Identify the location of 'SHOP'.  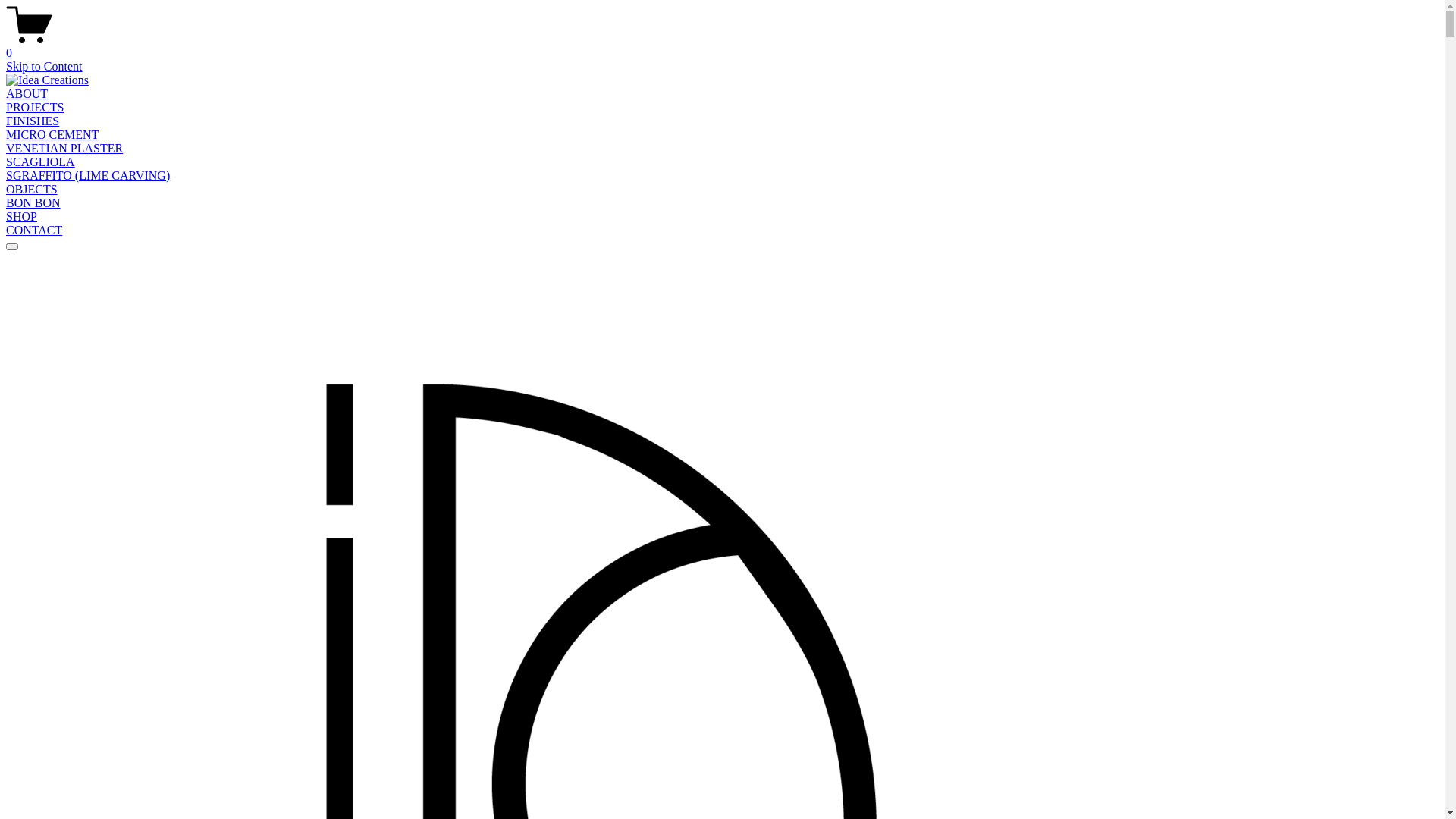
(6, 216).